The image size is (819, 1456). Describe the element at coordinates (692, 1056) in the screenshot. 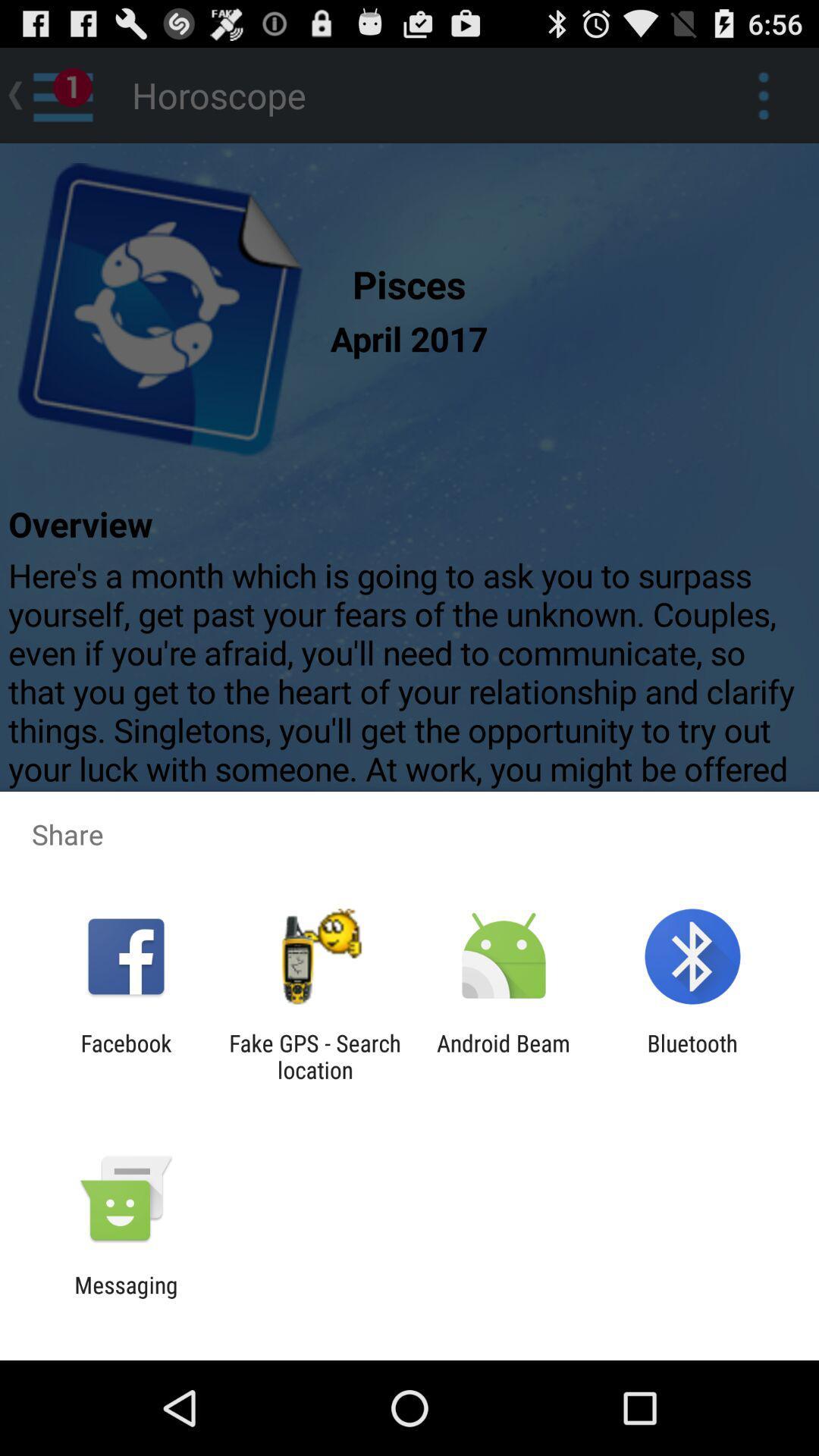

I see `the app next to android beam app` at that location.